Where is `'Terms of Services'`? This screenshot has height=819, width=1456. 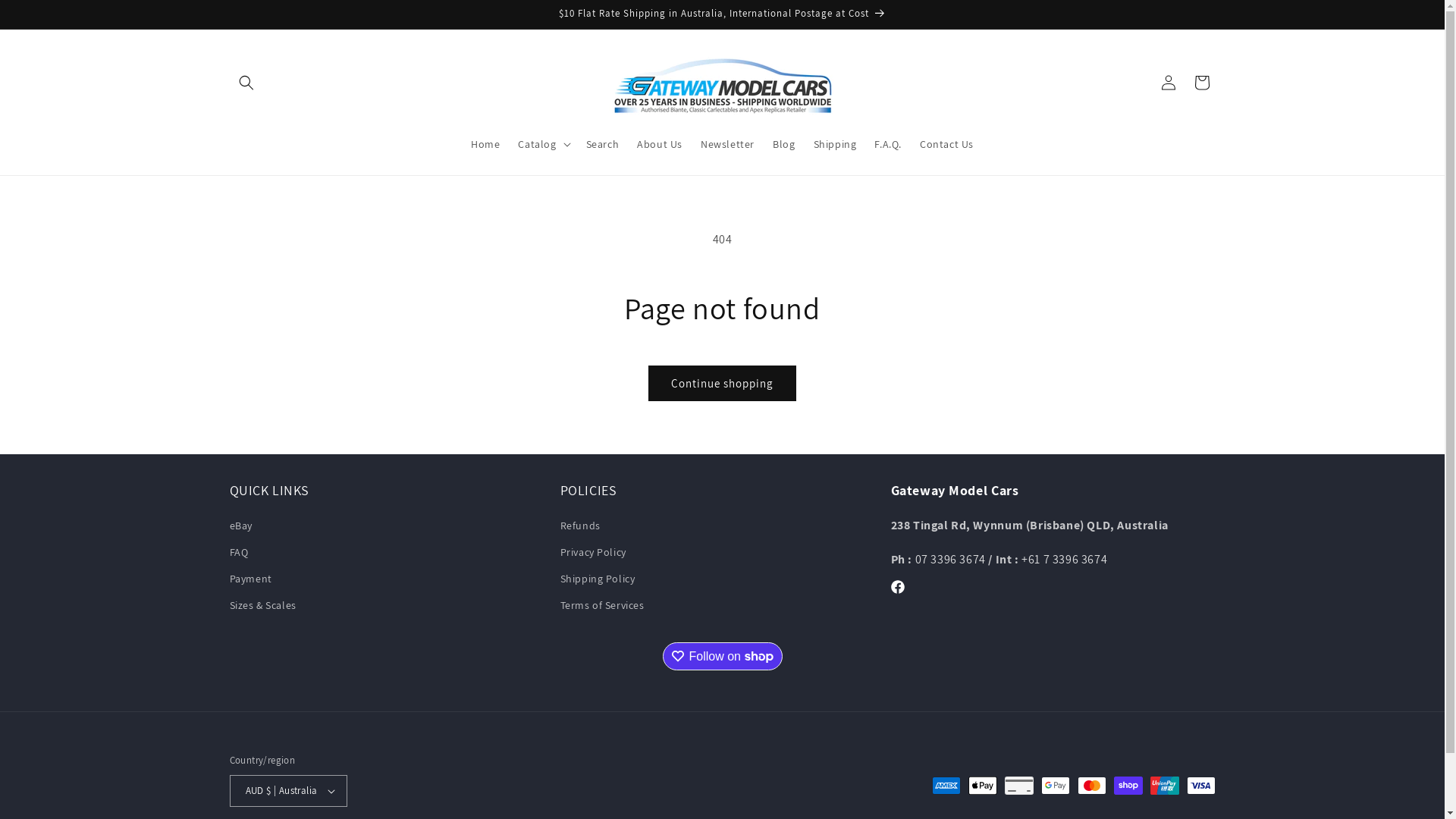
'Terms of Services' is located at coordinates (601, 604).